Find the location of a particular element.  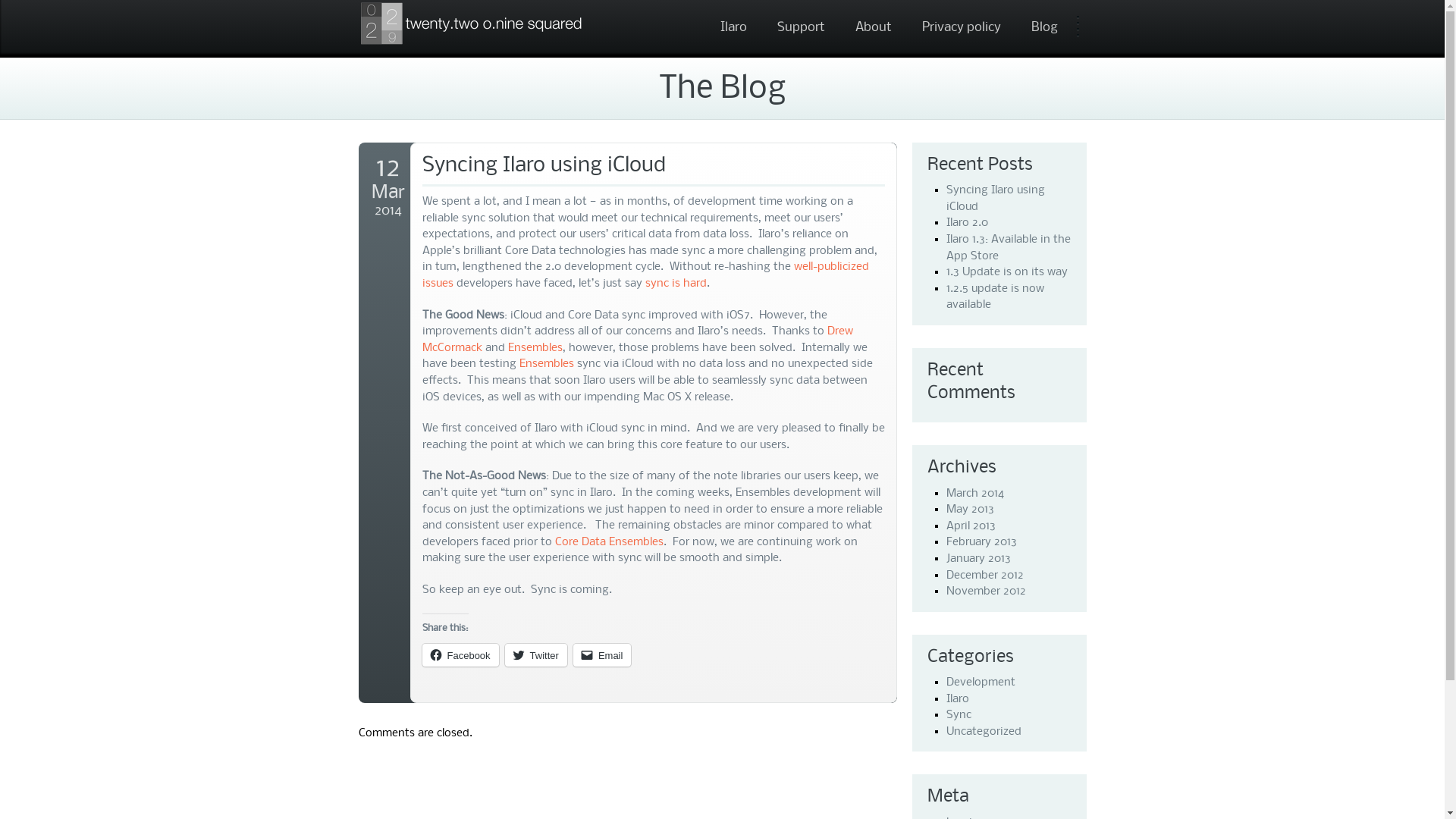

'Ilaro 2.0' is located at coordinates (966, 222).